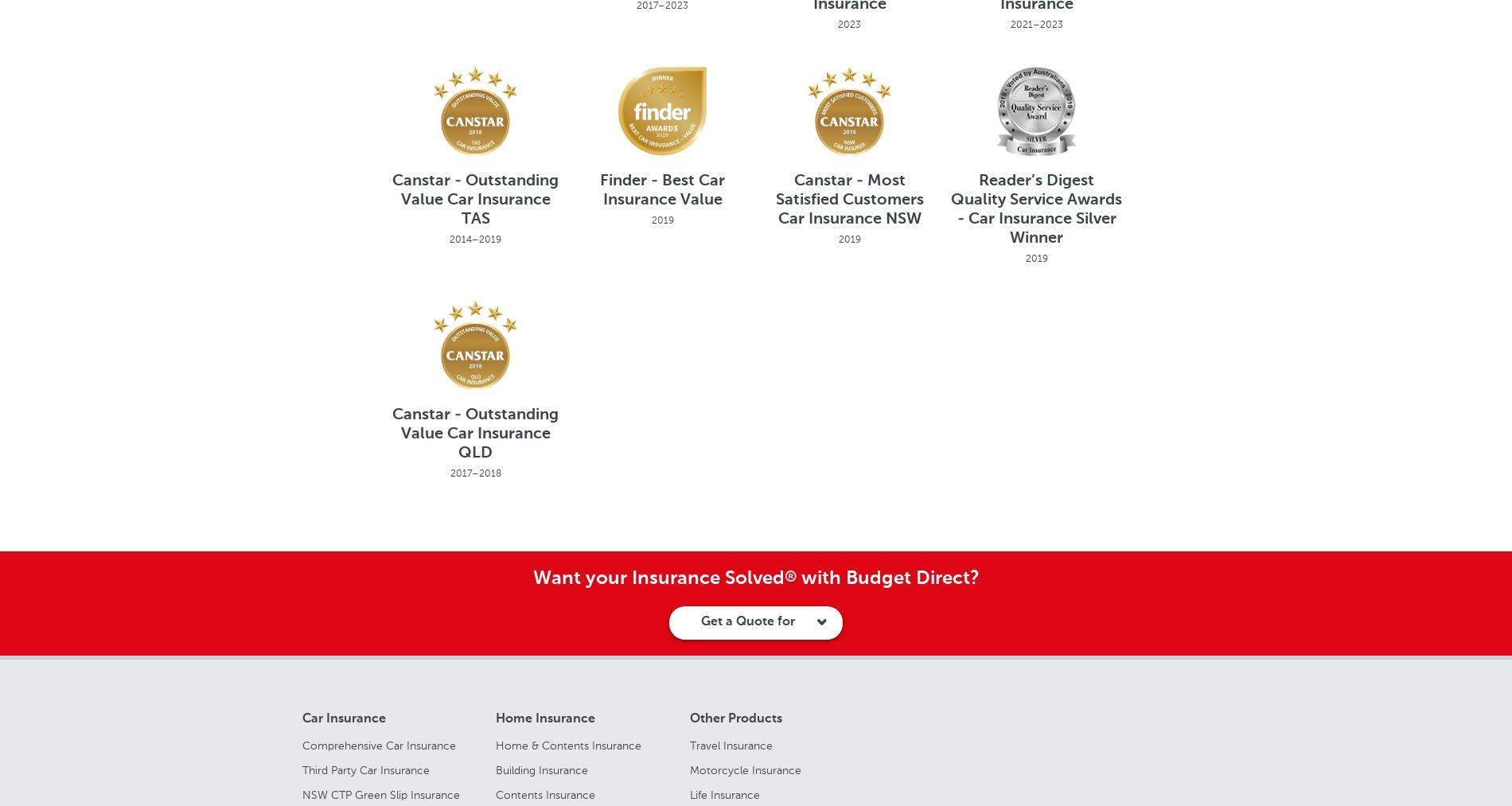 This screenshot has width=1512, height=806. What do you see at coordinates (364, 769) in the screenshot?
I see `'Third Party Car Insurance'` at bounding box center [364, 769].